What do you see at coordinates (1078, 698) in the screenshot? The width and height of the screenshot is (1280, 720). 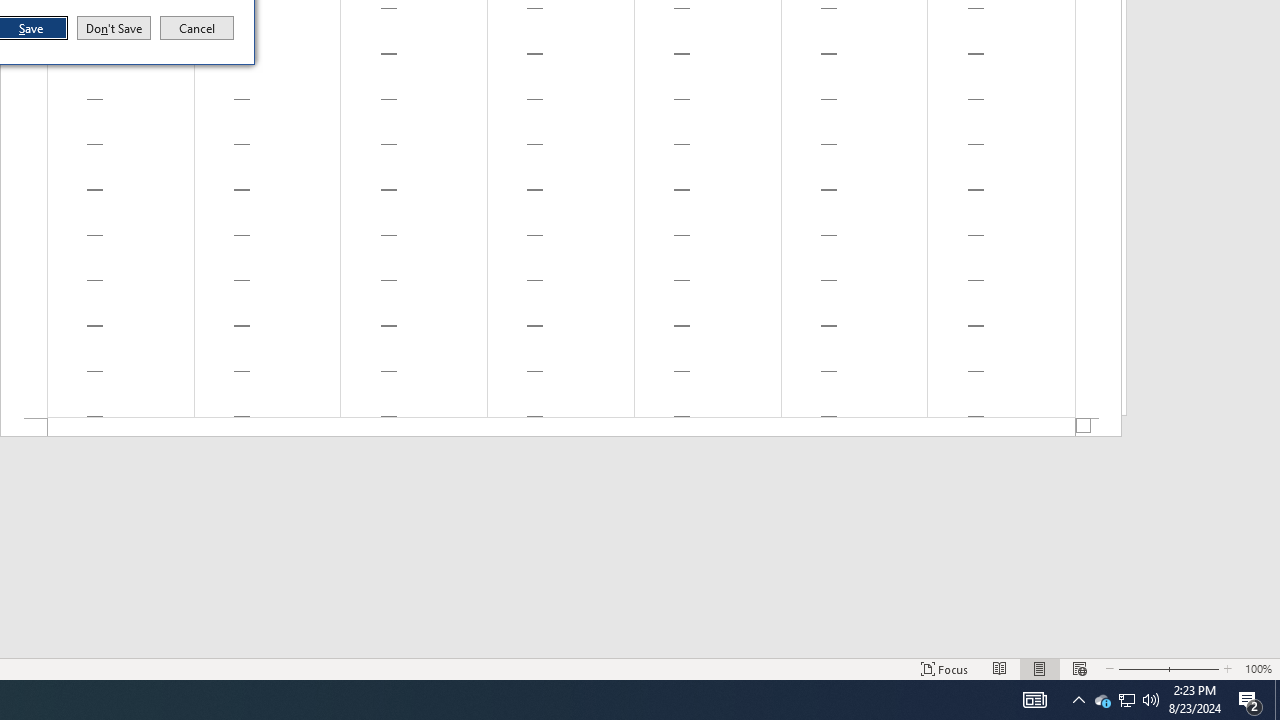 I see `'Notification Chevron'` at bounding box center [1078, 698].